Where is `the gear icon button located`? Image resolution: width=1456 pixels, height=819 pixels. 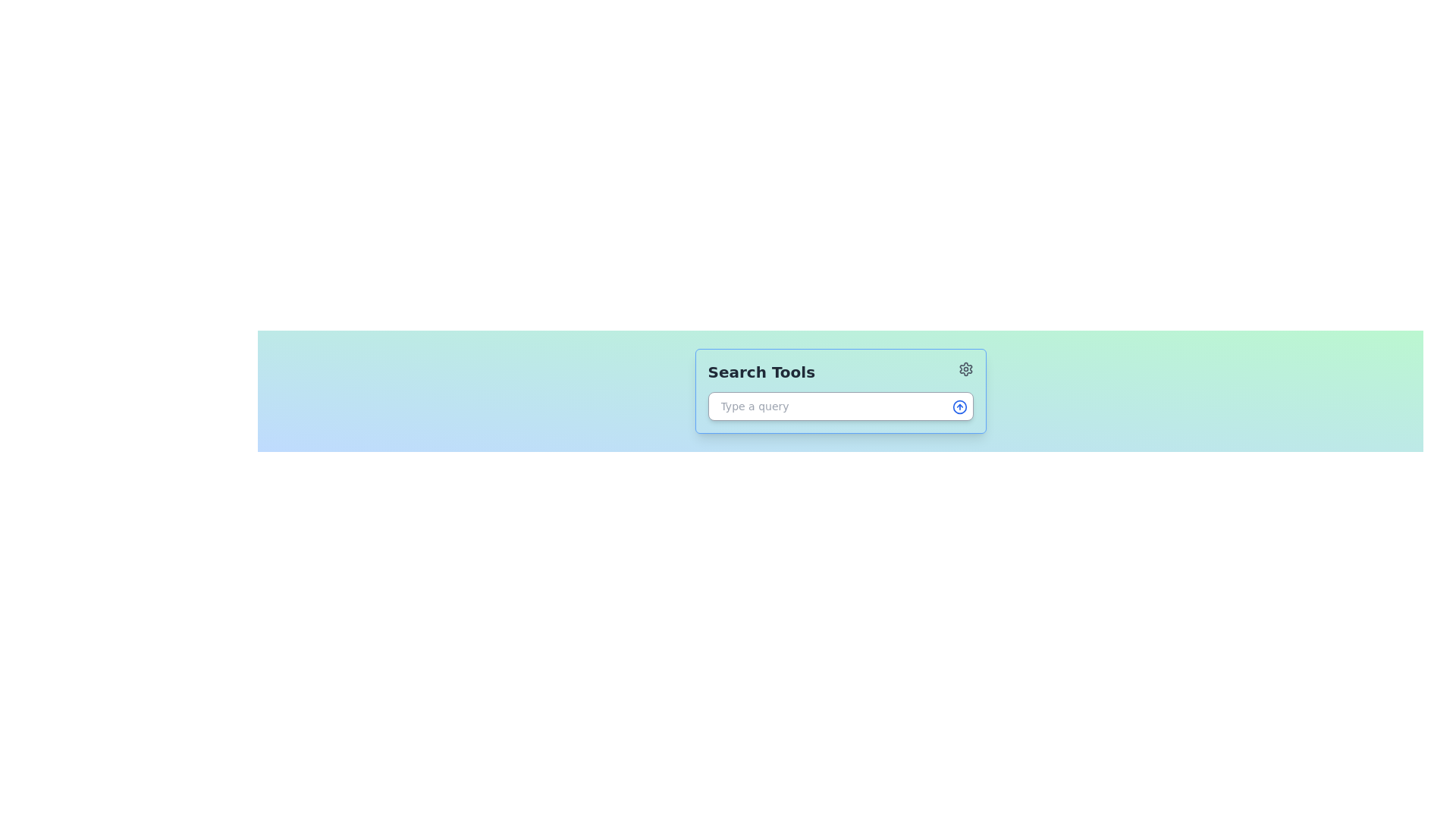
the gear icon button located is located at coordinates (965, 369).